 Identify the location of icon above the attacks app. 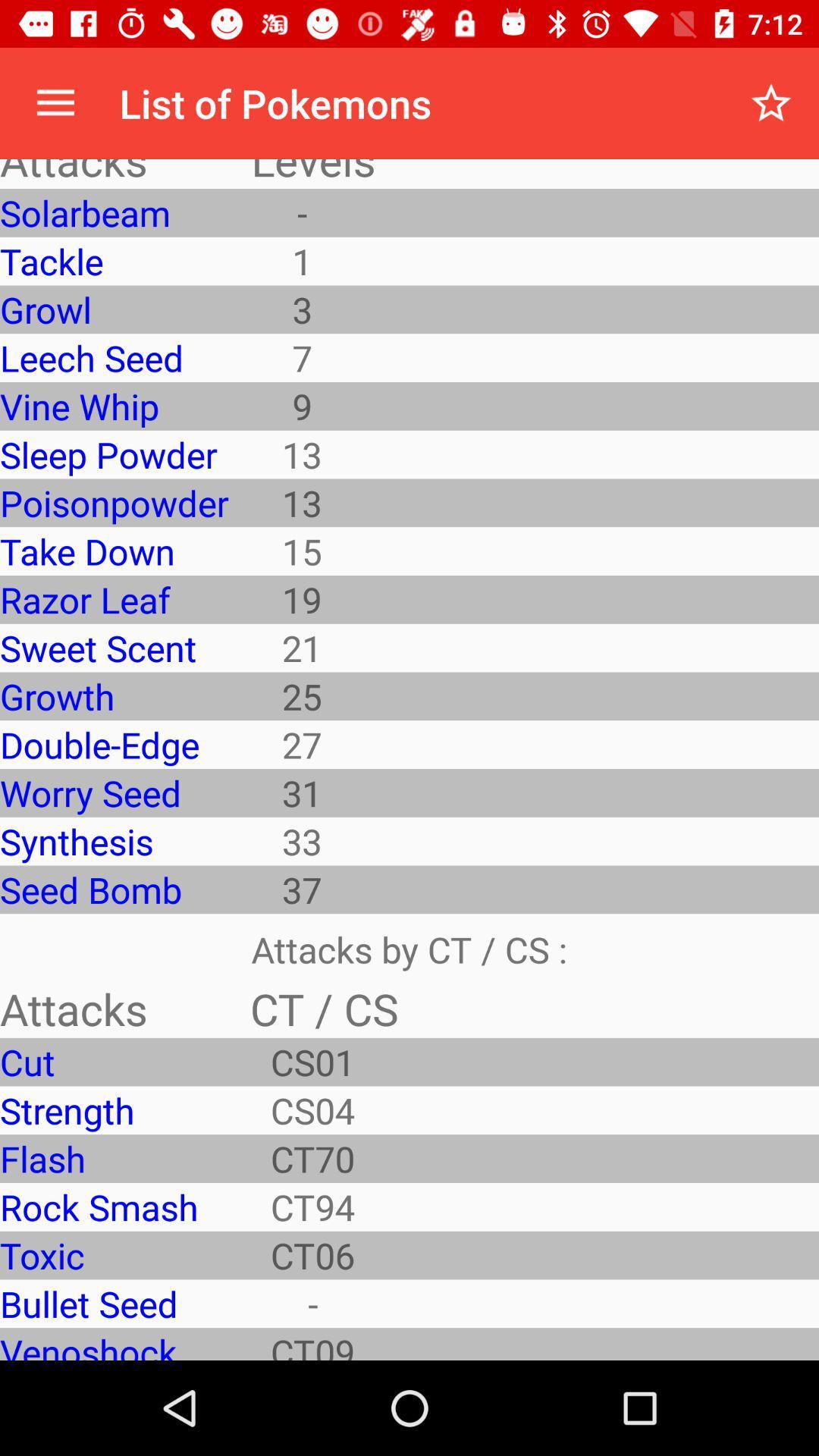
(55, 102).